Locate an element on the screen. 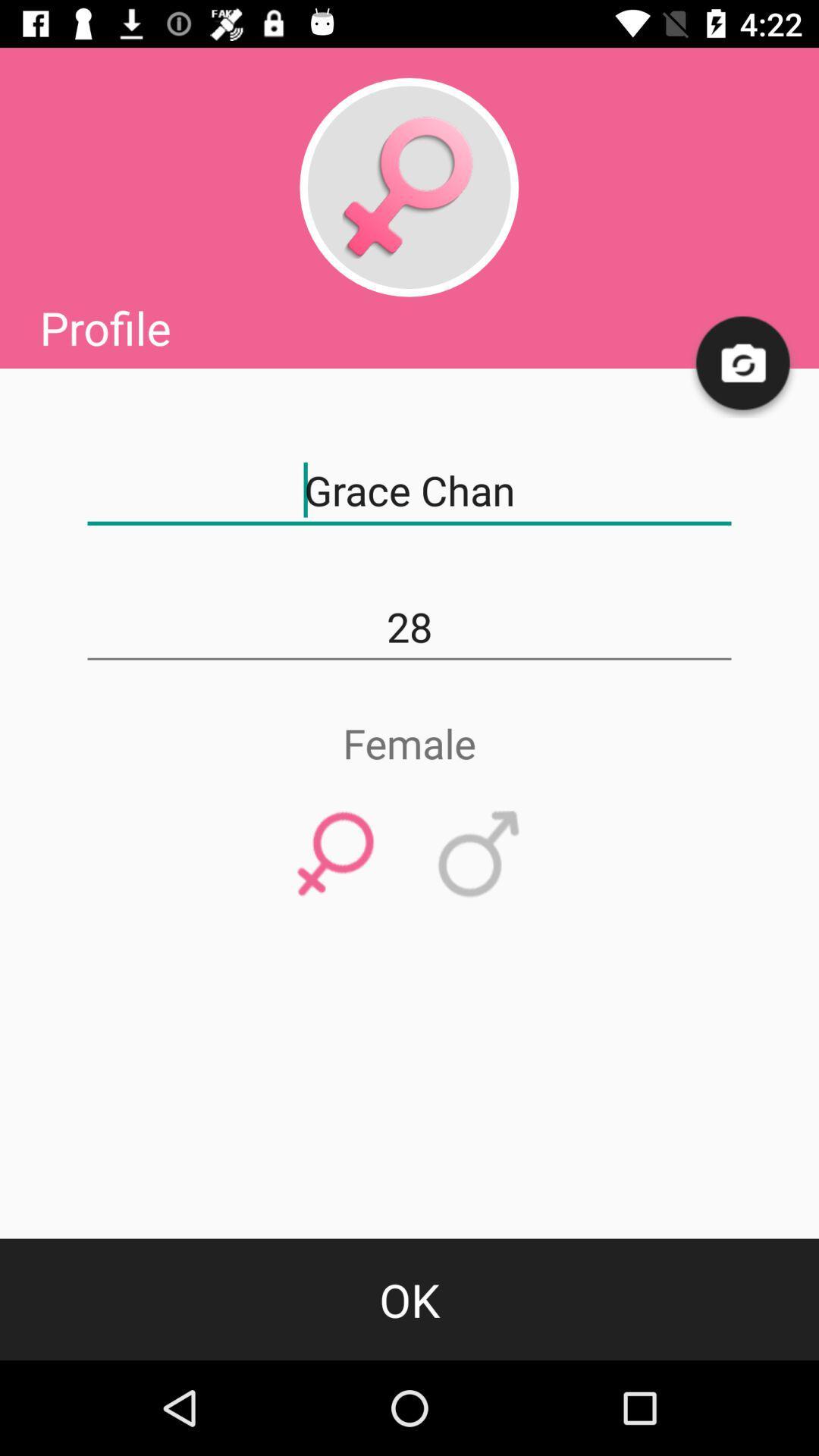  upload profile photo is located at coordinates (743, 364).